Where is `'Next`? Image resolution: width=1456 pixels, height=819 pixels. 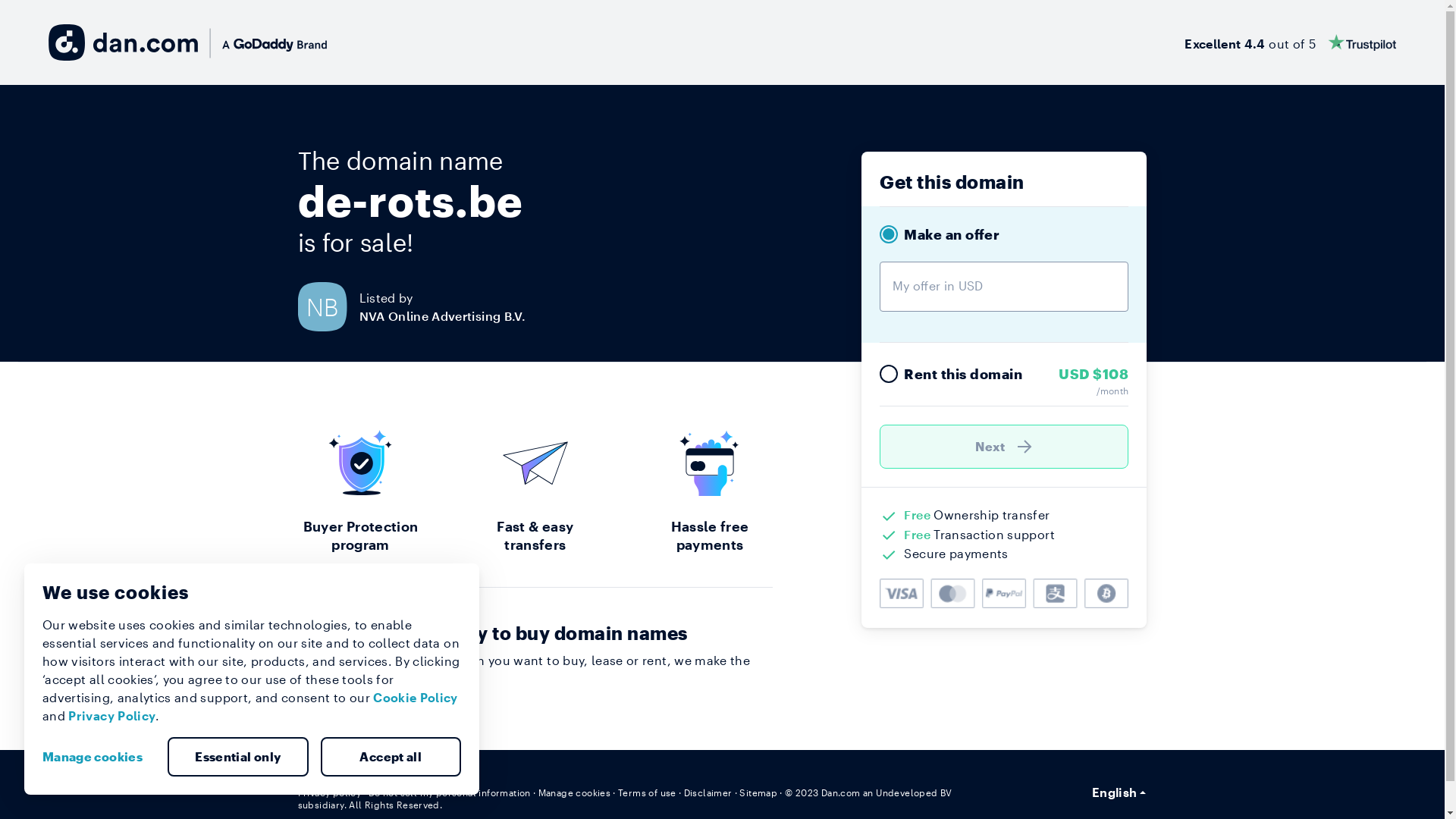 'Next is located at coordinates (1004, 446).